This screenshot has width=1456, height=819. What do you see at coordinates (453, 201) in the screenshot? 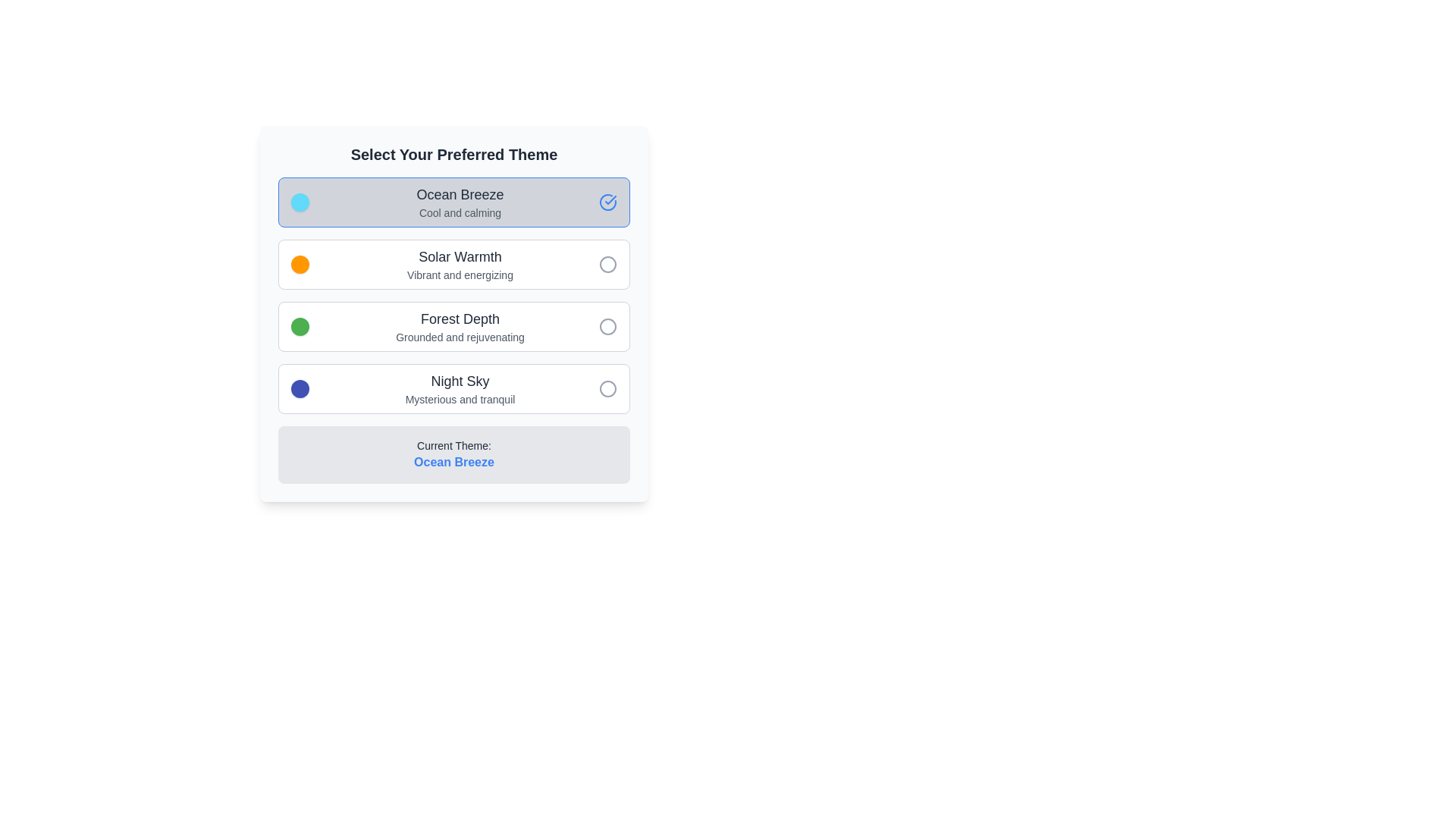
I see `the 'Ocean Breeze' interactive button, which is the first option in the list beneath 'Select Your Preferred Theme'` at bounding box center [453, 201].